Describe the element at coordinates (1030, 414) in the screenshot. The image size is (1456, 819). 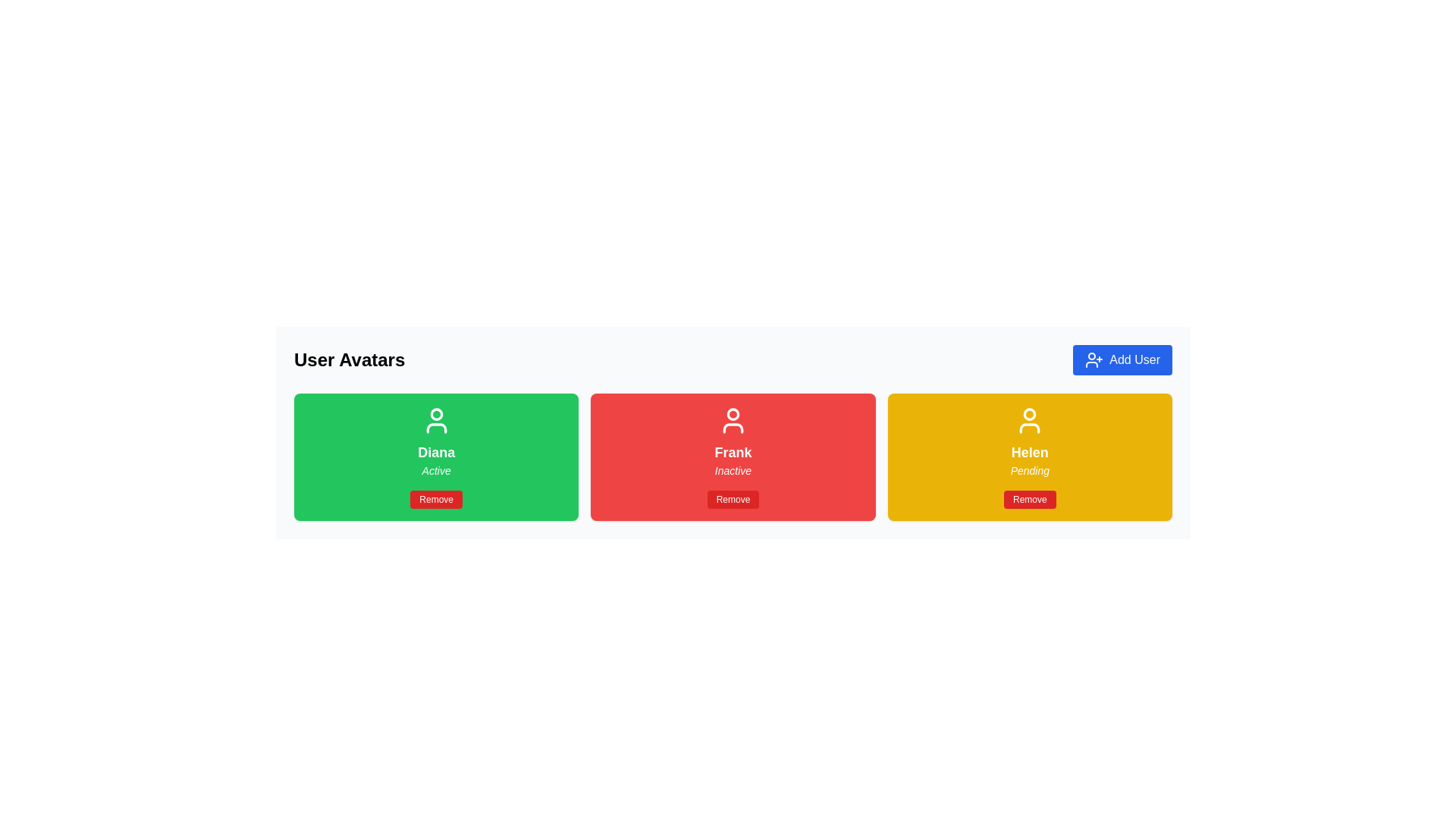
I see `the small circular head-like portion of the user avatar icon located inside the yellow rectangle labeled 'Helen', which is the third card in a horizontal row of three cards` at that location.